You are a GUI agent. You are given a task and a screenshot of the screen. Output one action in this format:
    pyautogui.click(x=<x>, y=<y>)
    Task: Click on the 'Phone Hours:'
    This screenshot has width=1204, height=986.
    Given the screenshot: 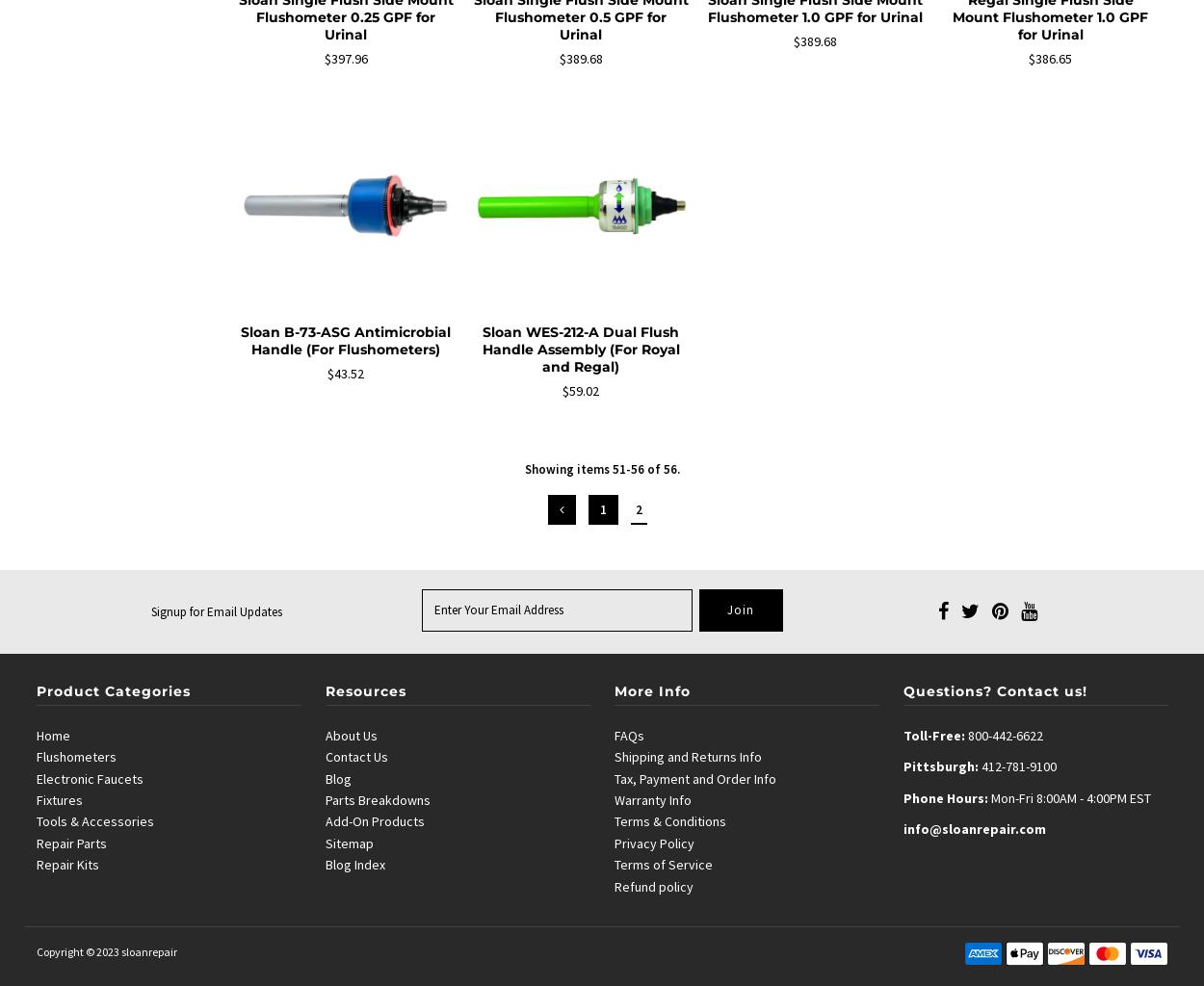 What is the action you would take?
    pyautogui.click(x=945, y=796)
    